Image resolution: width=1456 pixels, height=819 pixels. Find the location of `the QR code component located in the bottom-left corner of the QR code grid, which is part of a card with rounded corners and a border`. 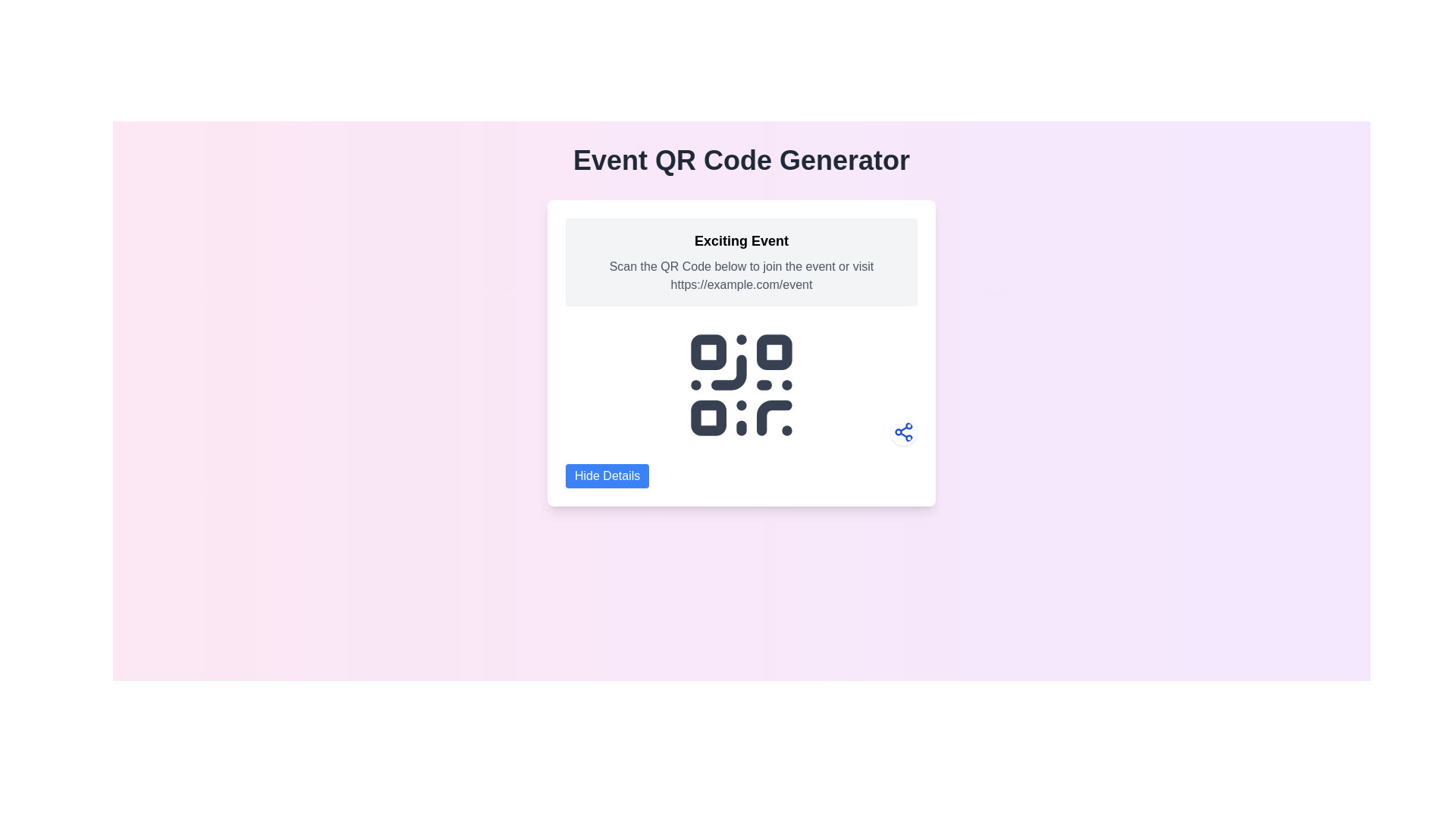

the QR code component located in the bottom-left corner of the QR code grid, which is part of a card with rounded corners and a border is located at coordinates (708, 418).